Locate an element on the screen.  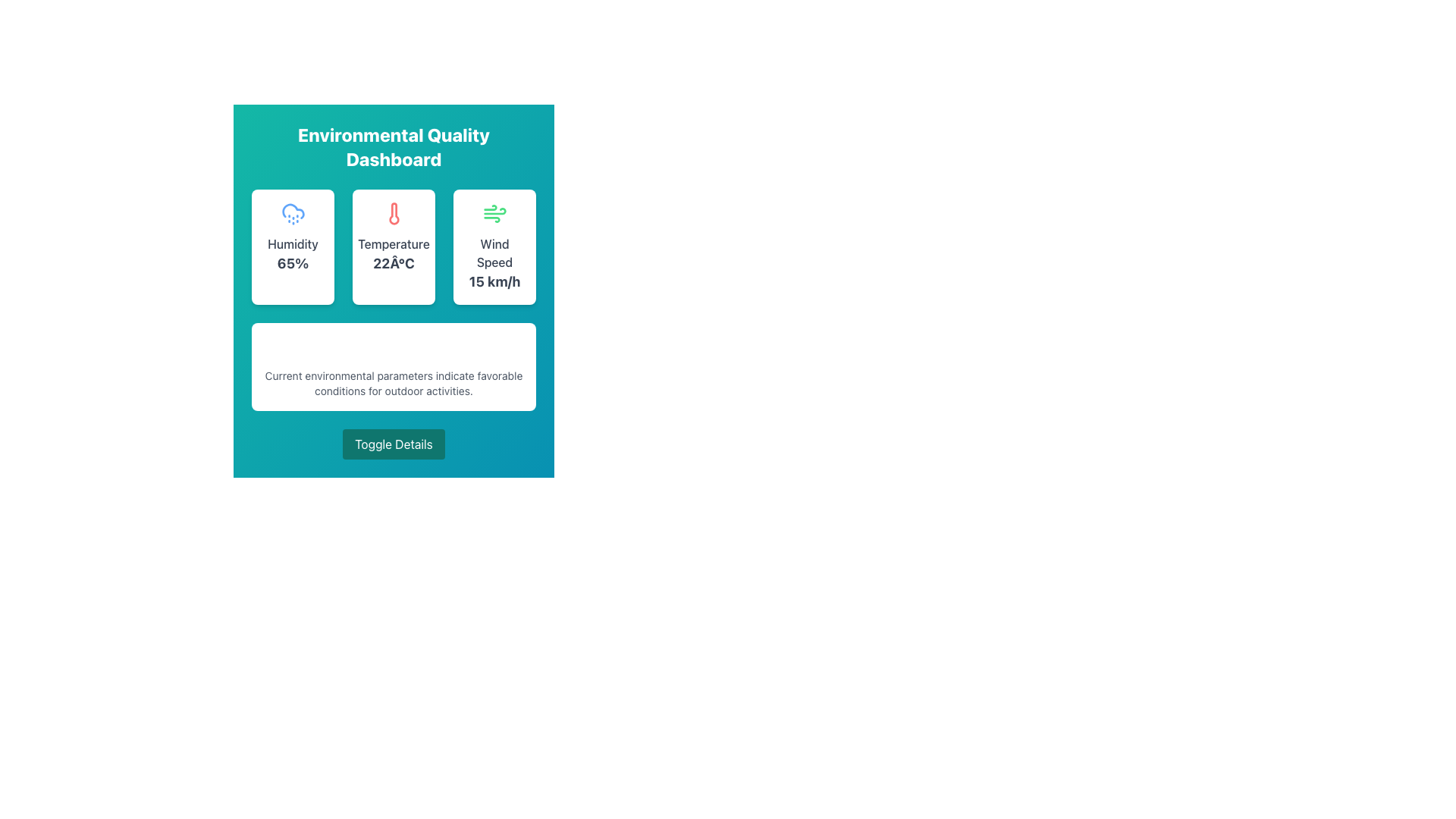
the Informative Text Block that displays current environmental conditions, titled 'Details', which is centrally located below the metrics and above the 'Toggle Details' button is located at coordinates (394, 366).